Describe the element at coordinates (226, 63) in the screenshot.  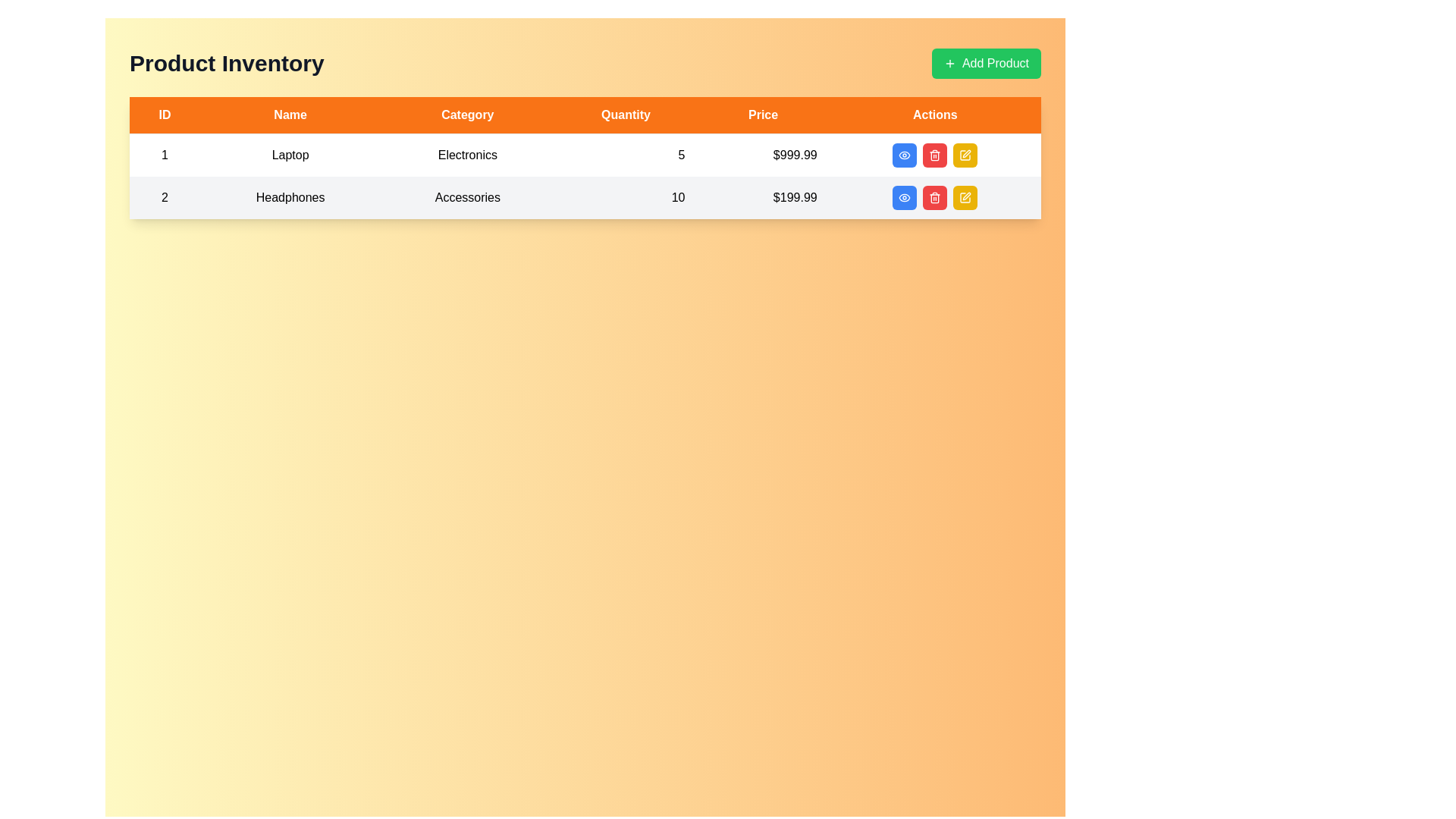
I see `the header text indicating the purpose of the page for managing product inventory, located at the top-left section of the interface` at that location.